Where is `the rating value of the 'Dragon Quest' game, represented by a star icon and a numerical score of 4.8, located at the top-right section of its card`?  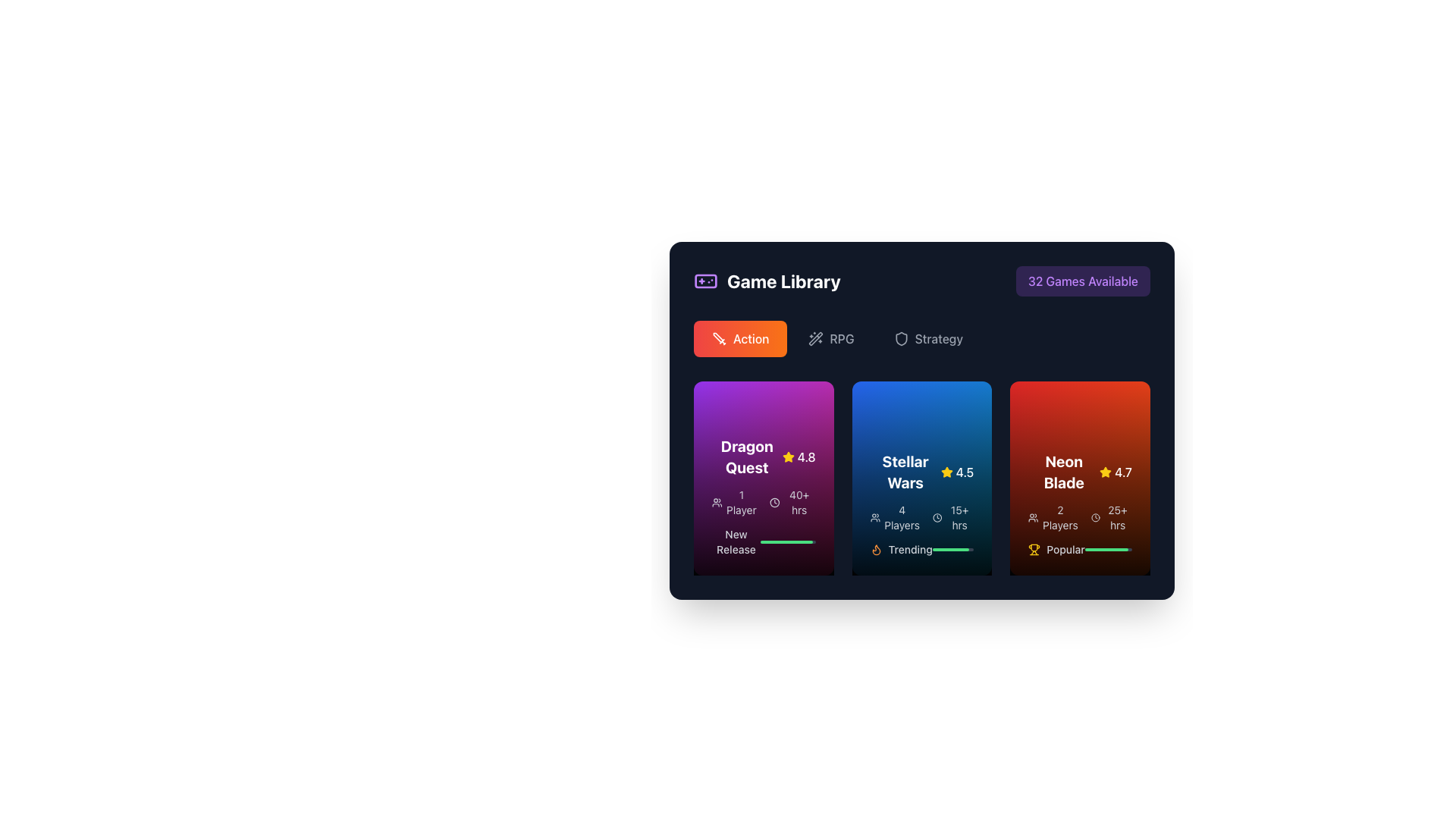
the rating value of the 'Dragon Quest' game, represented by a star icon and a numerical score of 4.8, located at the top-right section of its card is located at coordinates (798, 456).